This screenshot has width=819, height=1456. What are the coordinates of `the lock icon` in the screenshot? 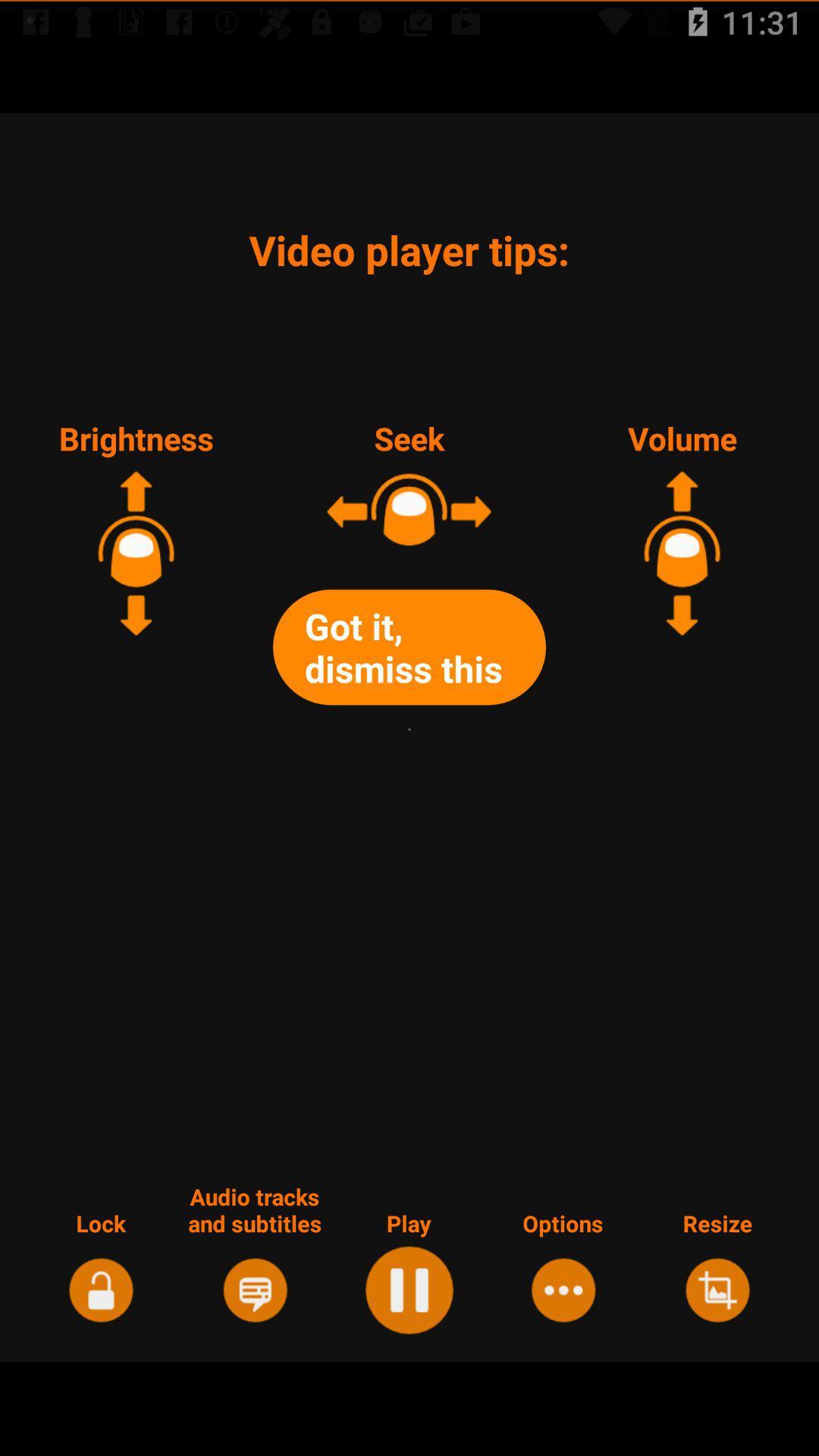 It's located at (101, 1288).